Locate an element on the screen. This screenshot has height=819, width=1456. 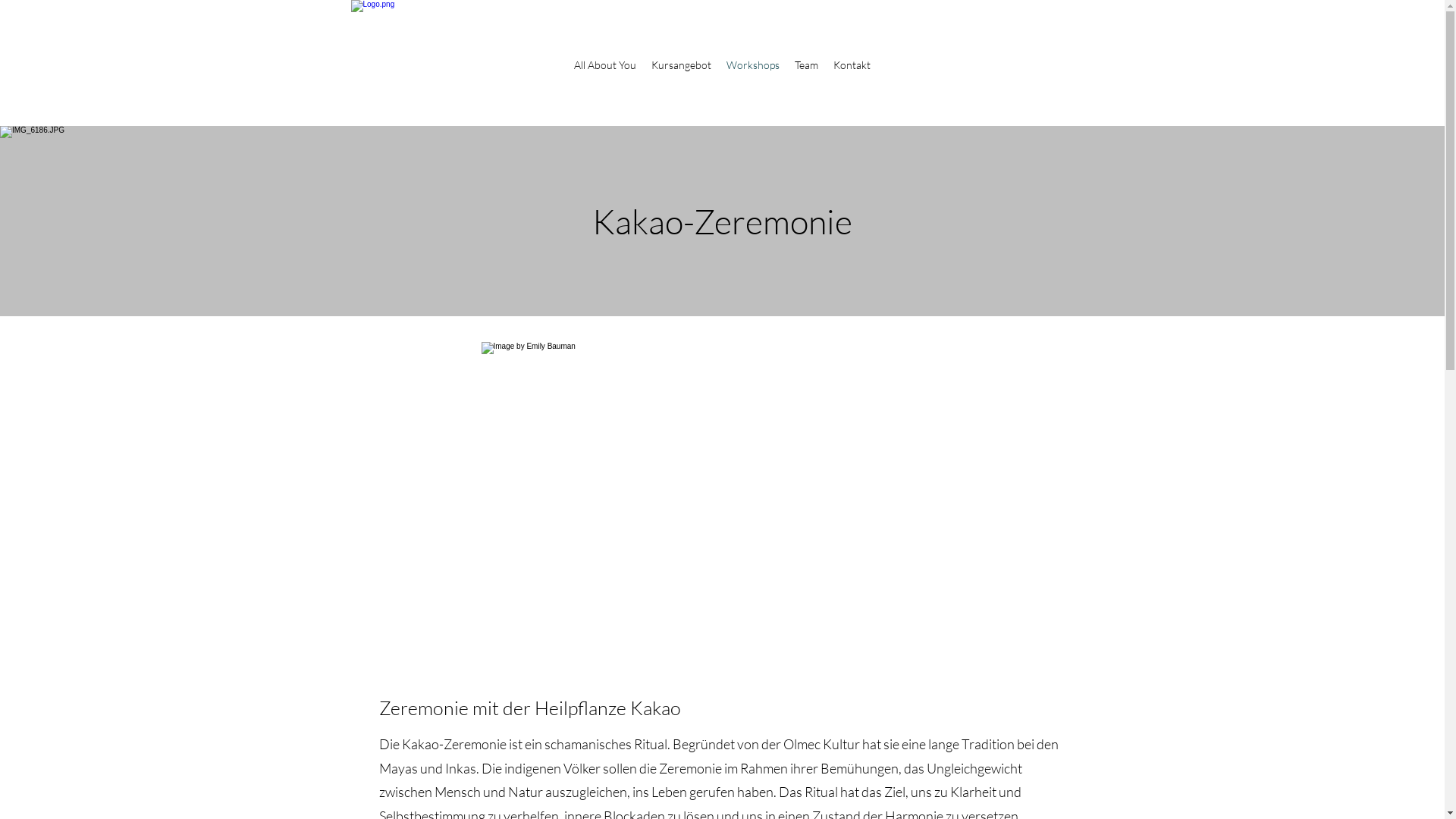
'Kursangebot' is located at coordinates (644, 64).